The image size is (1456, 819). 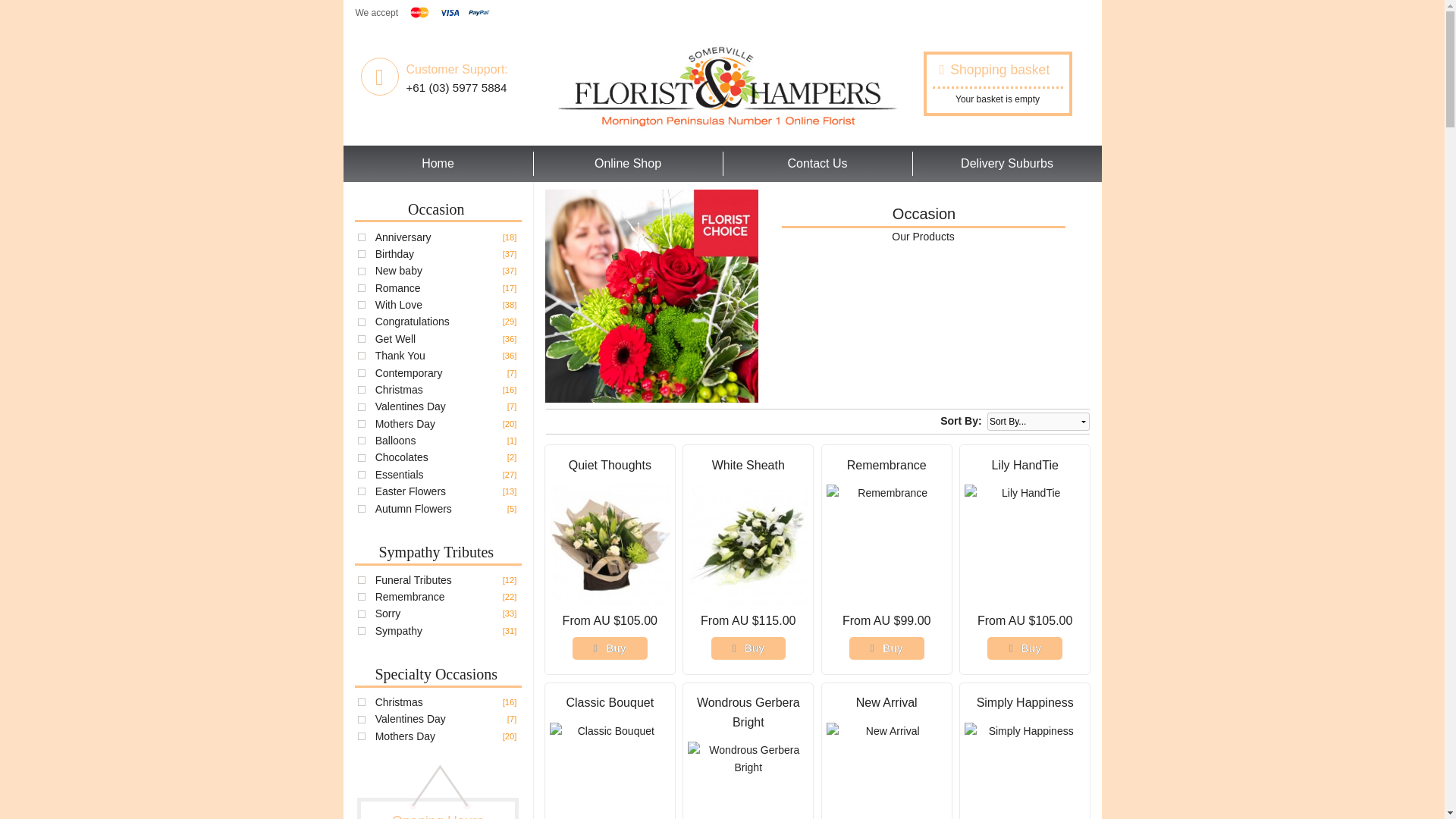 What do you see at coordinates (341, 164) in the screenshot?
I see `'Home'` at bounding box center [341, 164].